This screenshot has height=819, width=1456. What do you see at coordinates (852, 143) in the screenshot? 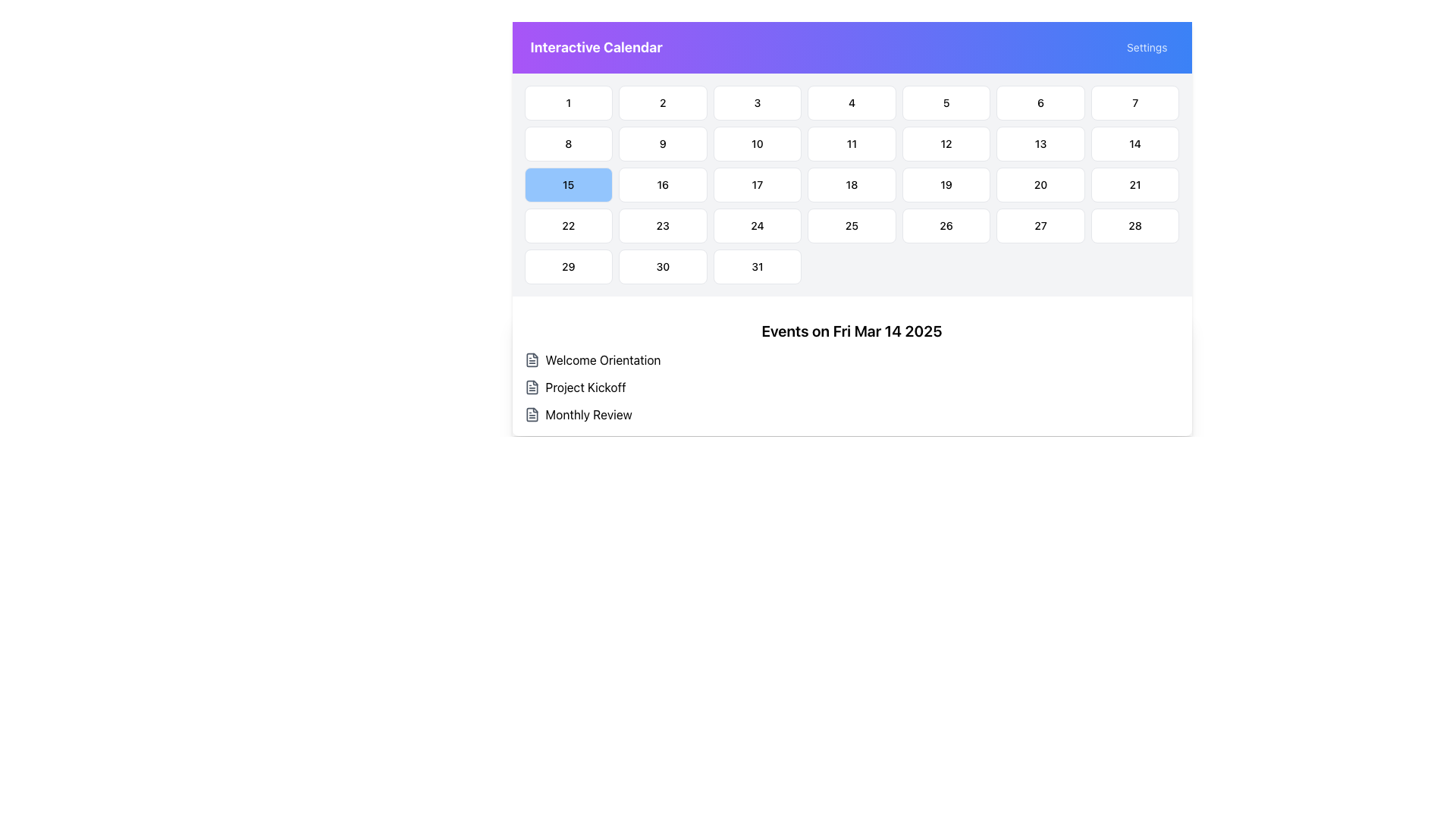
I see `the calendar day cell representing the eleventh day, positioned between the cells labeled '10' and '12', directly under 'Interactive Calendar'` at bounding box center [852, 143].